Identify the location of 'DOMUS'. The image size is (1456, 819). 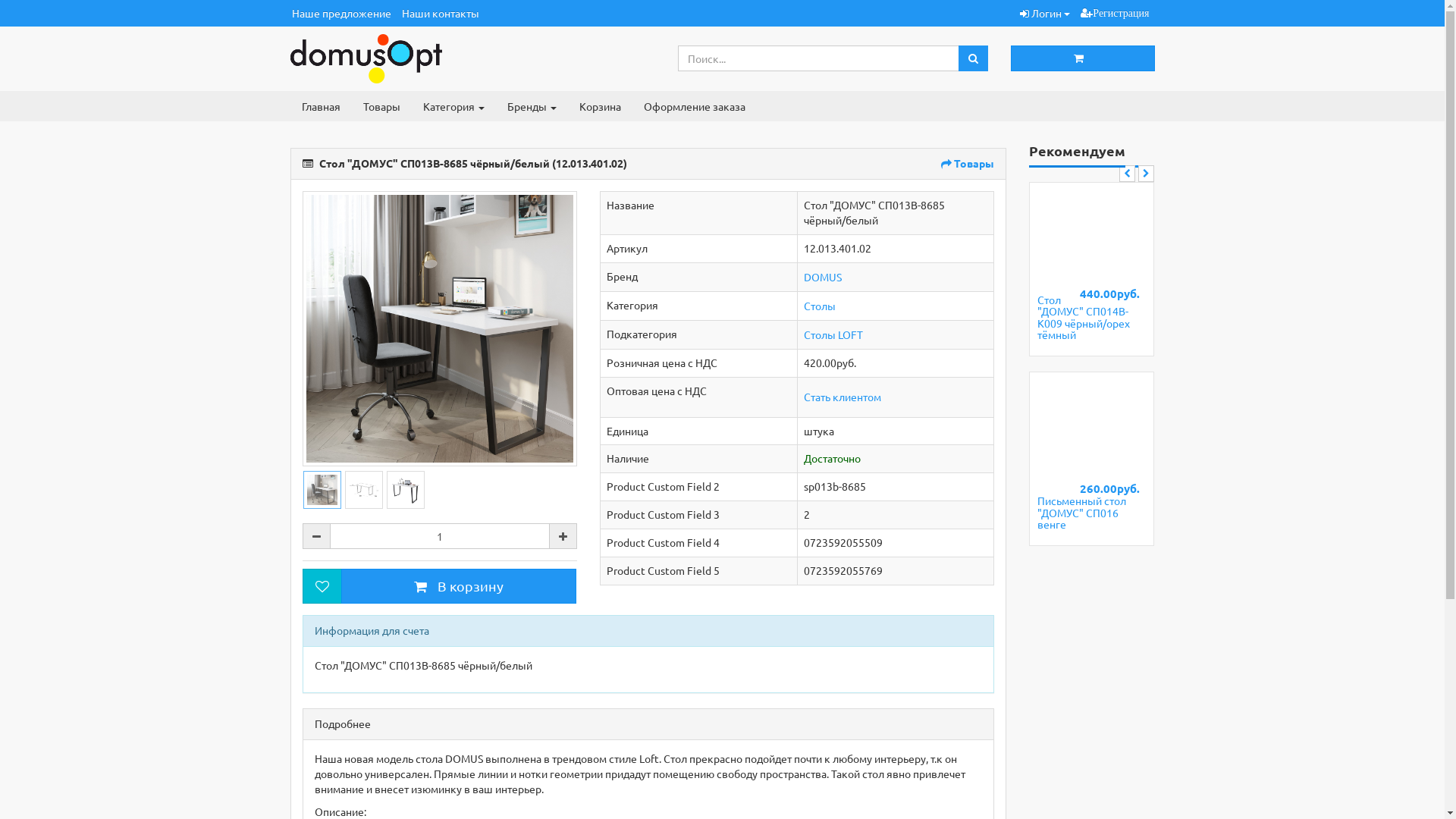
(821, 277).